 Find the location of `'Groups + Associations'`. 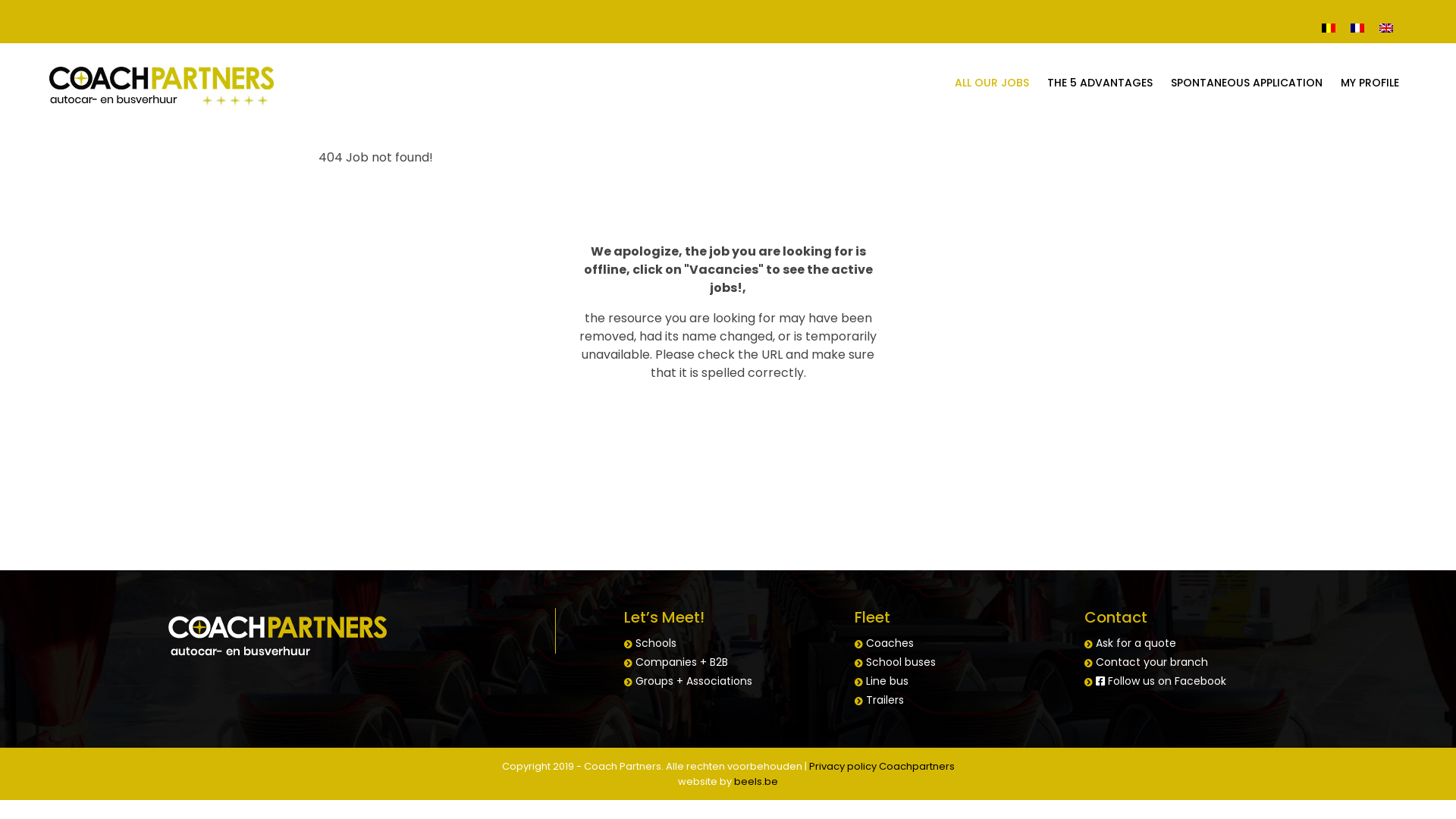

'Groups + Associations' is located at coordinates (693, 680).